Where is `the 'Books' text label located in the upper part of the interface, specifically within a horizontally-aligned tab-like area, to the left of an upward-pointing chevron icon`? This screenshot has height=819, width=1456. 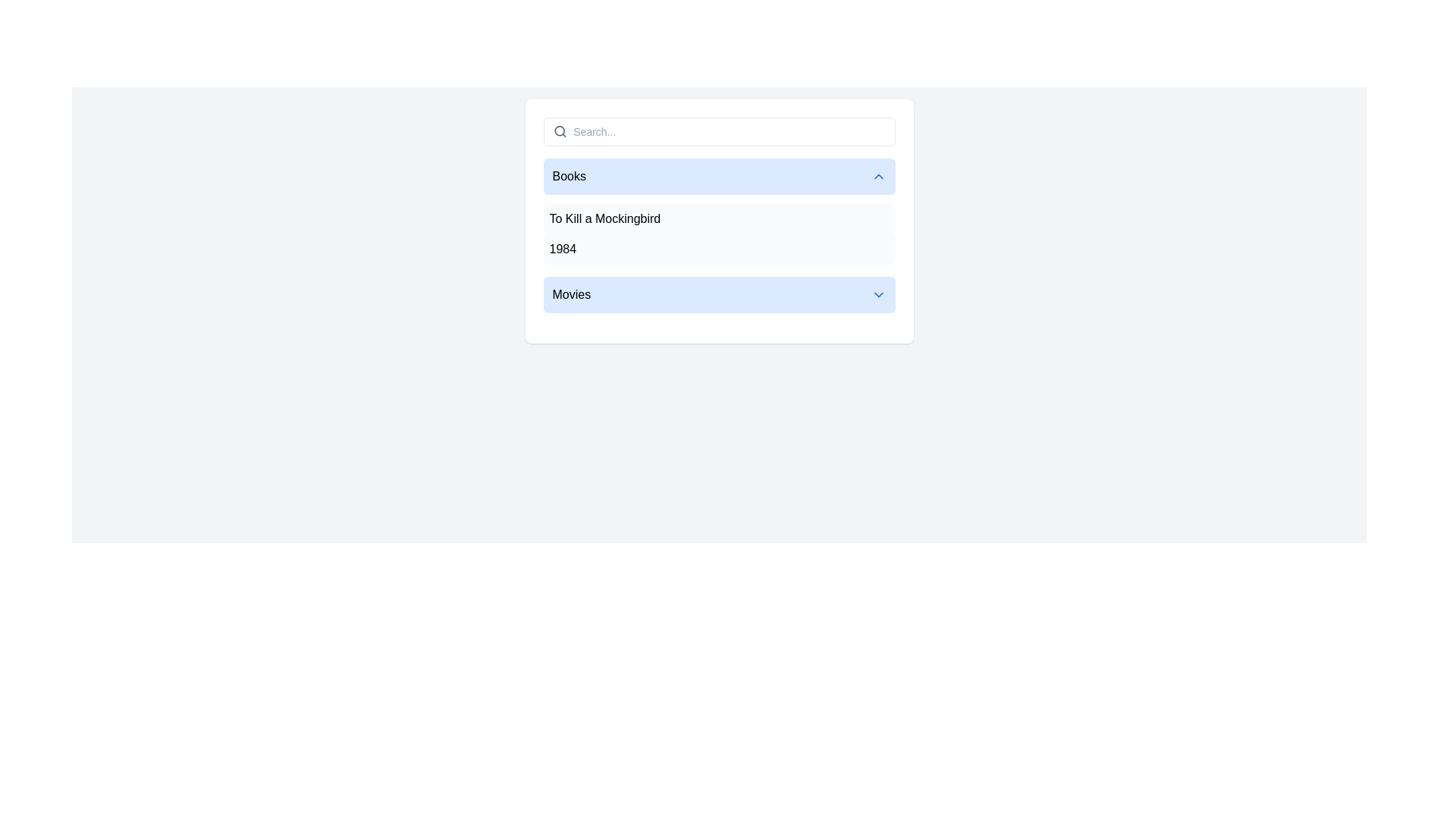 the 'Books' text label located in the upper part of the interface, specifically within a horizontally-aligned tab-like area, to the left of an upward-pointing chevron icon is located at coordinates (568, 175).